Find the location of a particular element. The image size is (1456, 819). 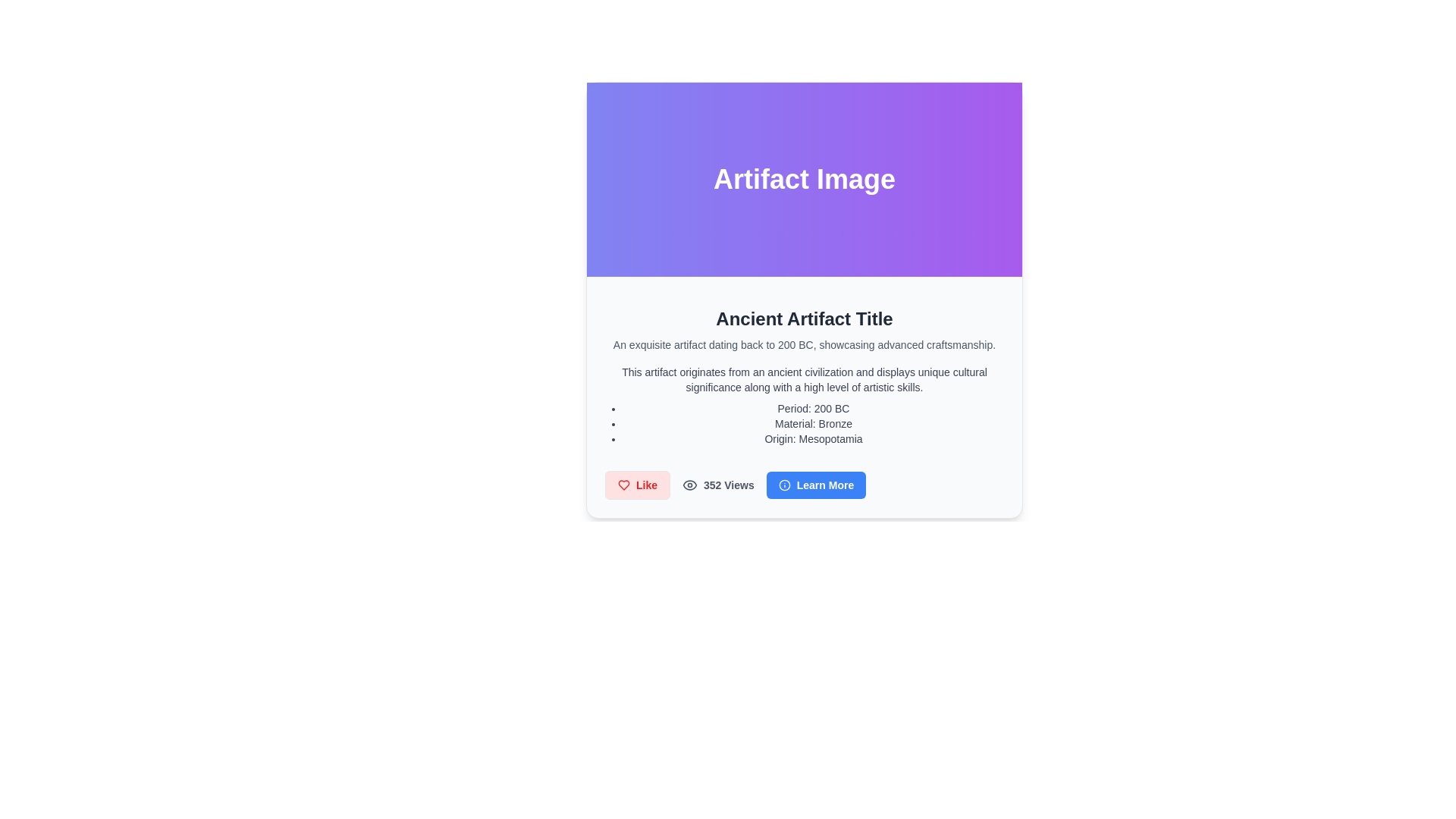

static text indicating the historical period of the artifact, which states '200 BC', located below the title and description of the artifact is located at coordinates (813, 408).